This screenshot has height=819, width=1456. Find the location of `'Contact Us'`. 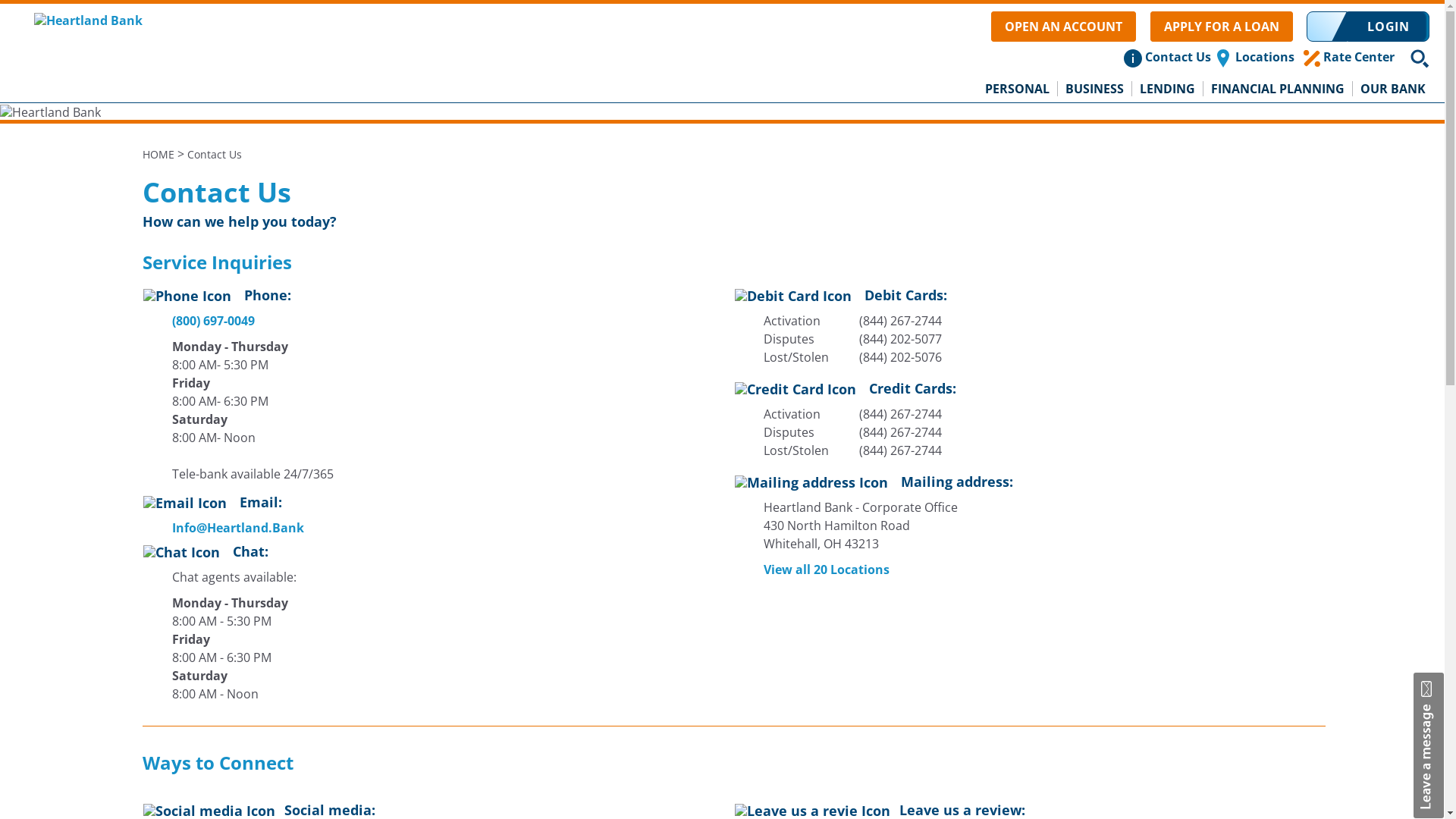

'Contact Us' is located at coordinates (1177, 55).